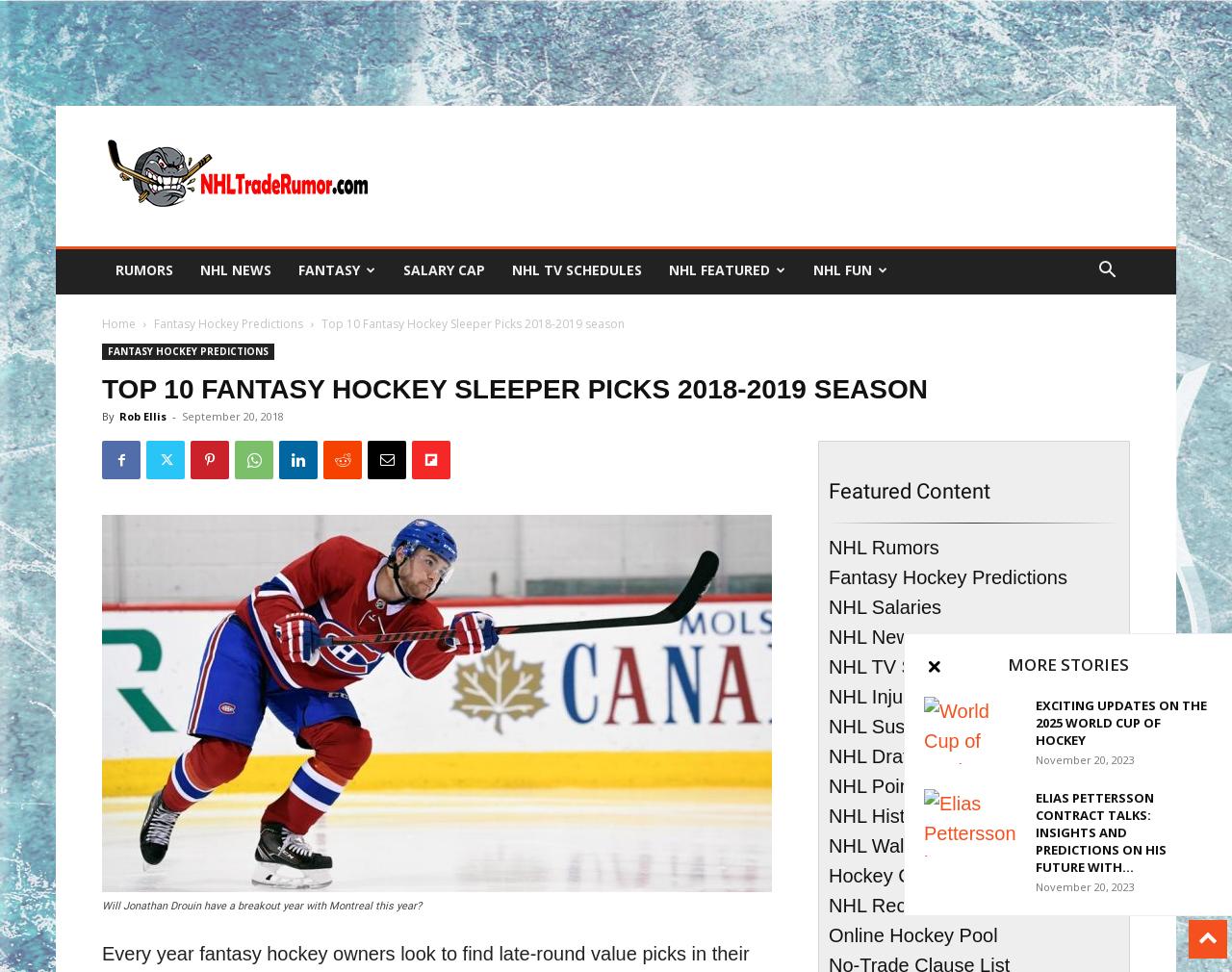 This screenshot has height=972, width=1232. What do you see at coordinates (107, 416) in the screenshot?
I see `'By'` at bounding box center [107, 416].